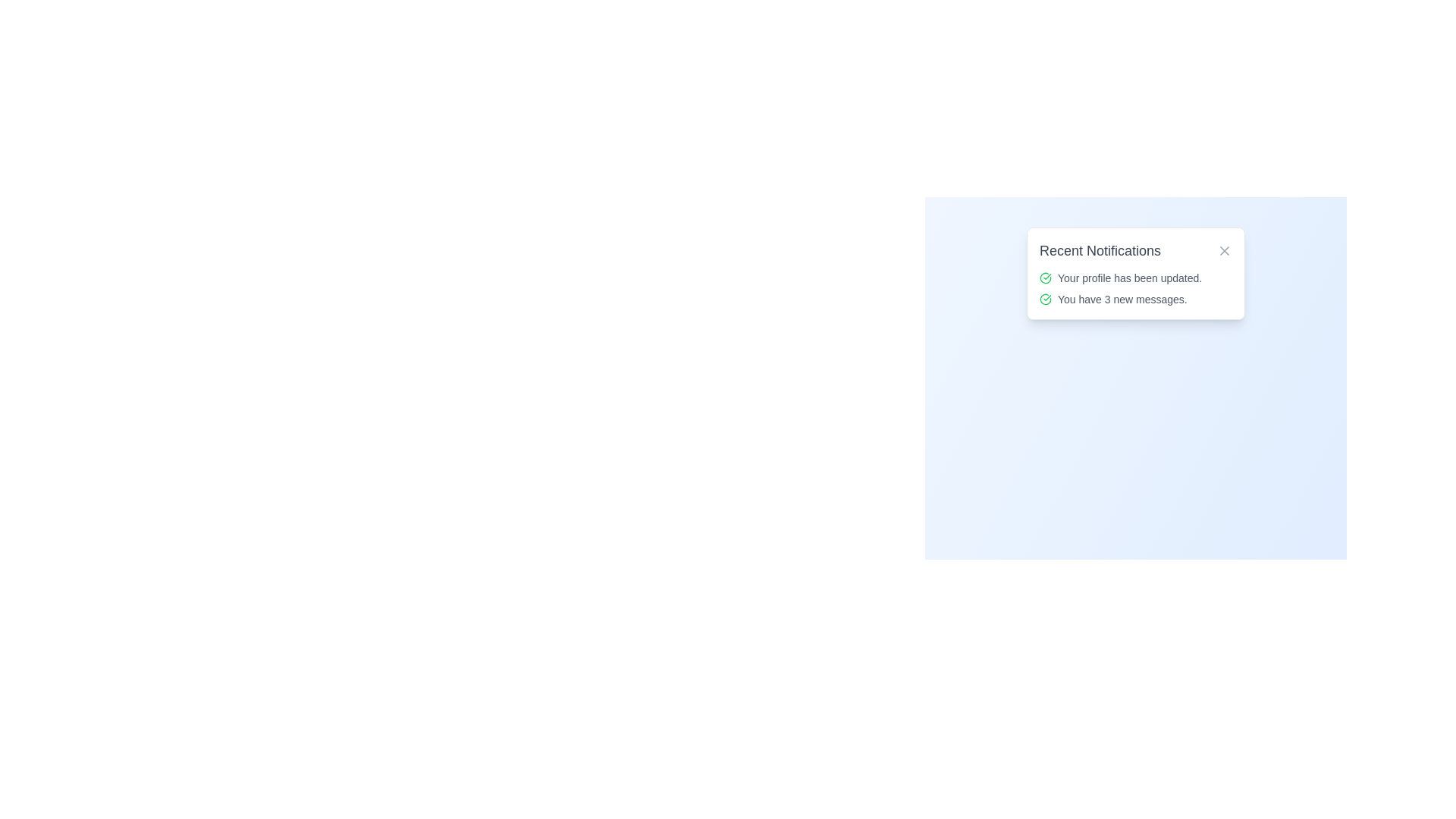  What do you see at coordinates (1135, 278) in the screenshot?
I see `the first notification item in the 'Recent Notifications' section that indicates a successful profile update, which includes text and an icon for visual emphasis` at bounding box center [1135, 278].